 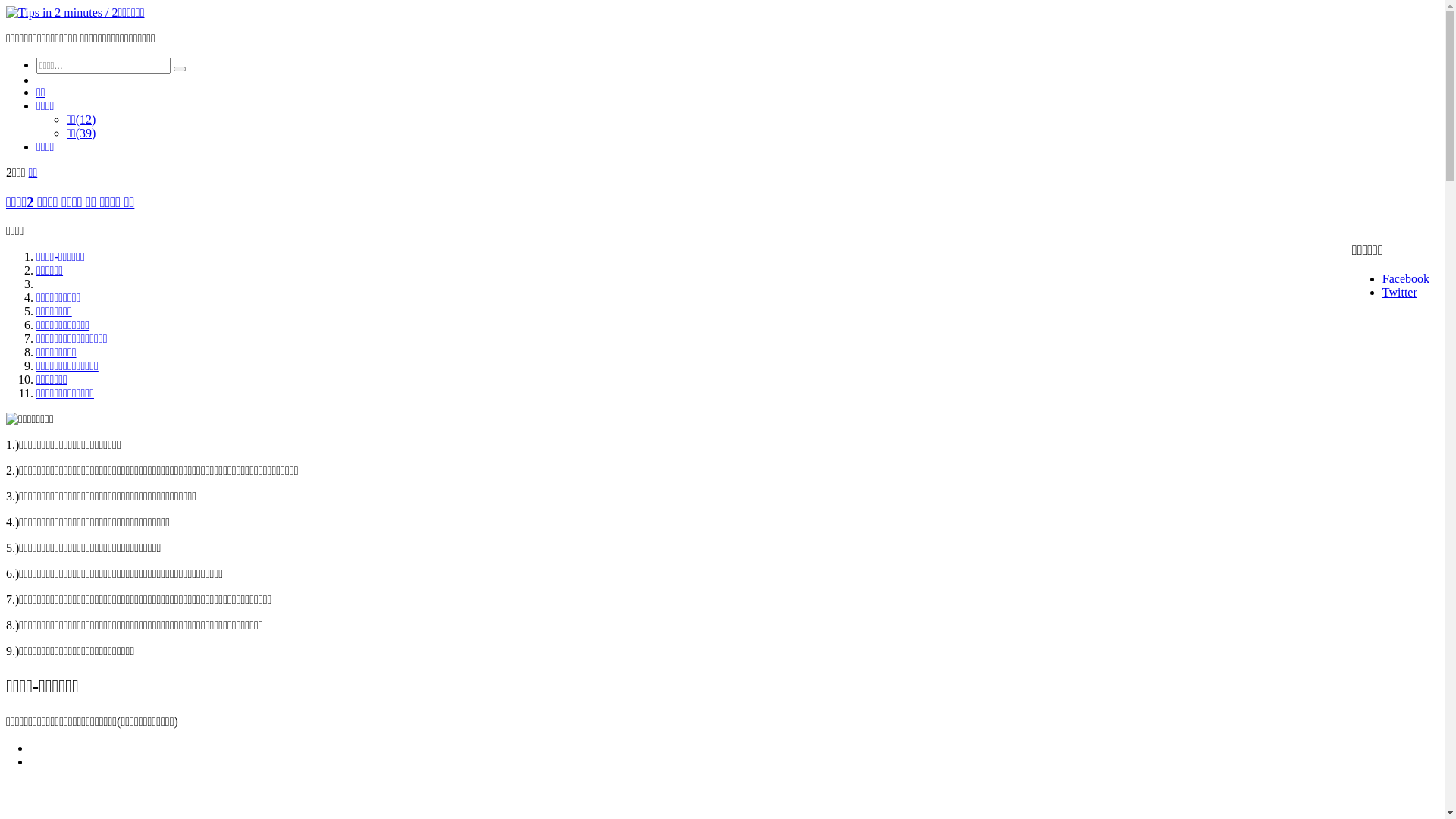 What do you see at coordinates (1399, 292) in the screenshot?
I see `'Twitter'` at bounding box center [1399, 292].